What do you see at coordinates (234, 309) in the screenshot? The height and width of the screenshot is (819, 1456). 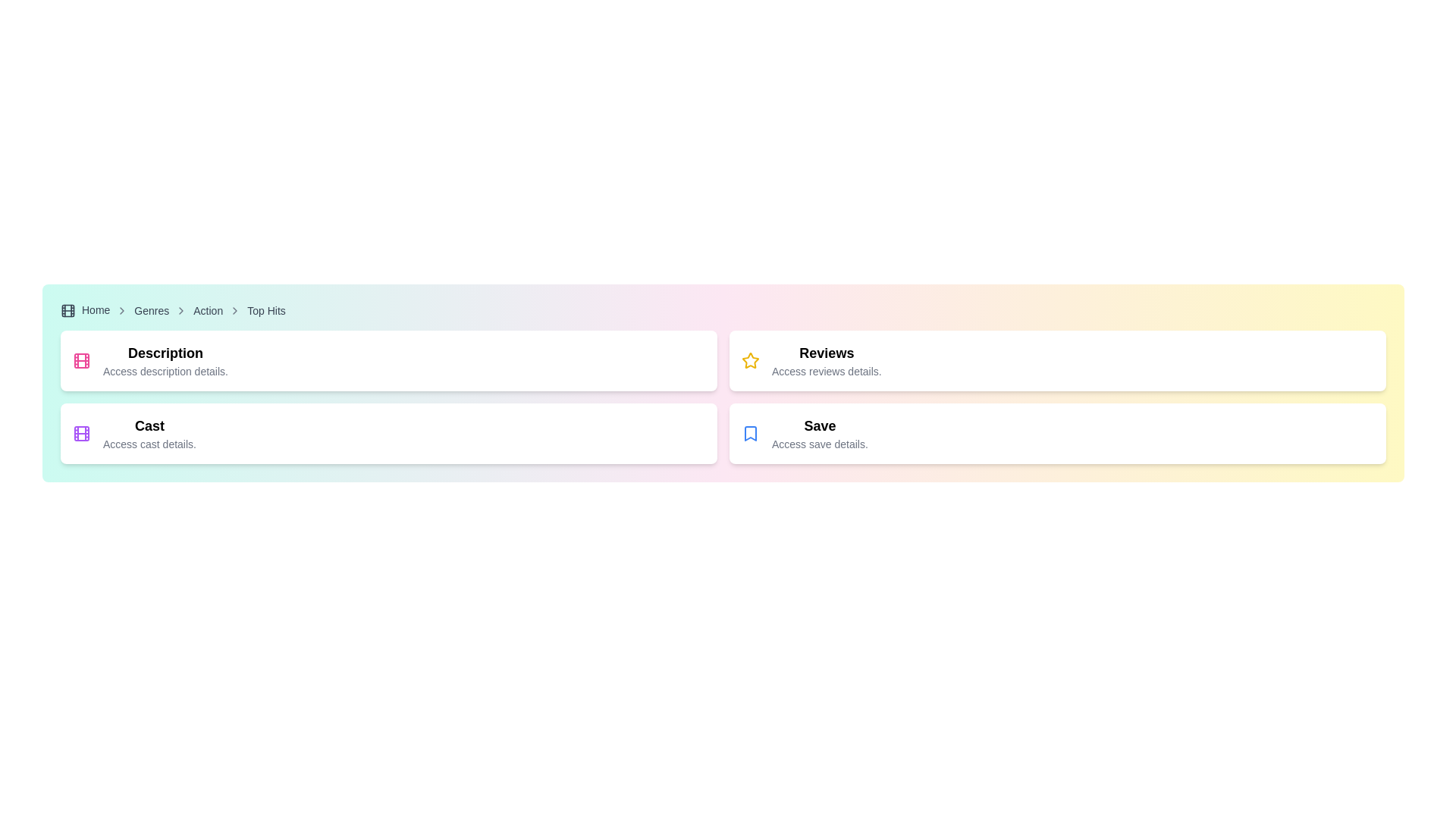 I see `the rightwards arrow icon in the breadcrumb navigation that separates the 'Action' and 'Top Hits' text links` at bounding box center [234, 309].